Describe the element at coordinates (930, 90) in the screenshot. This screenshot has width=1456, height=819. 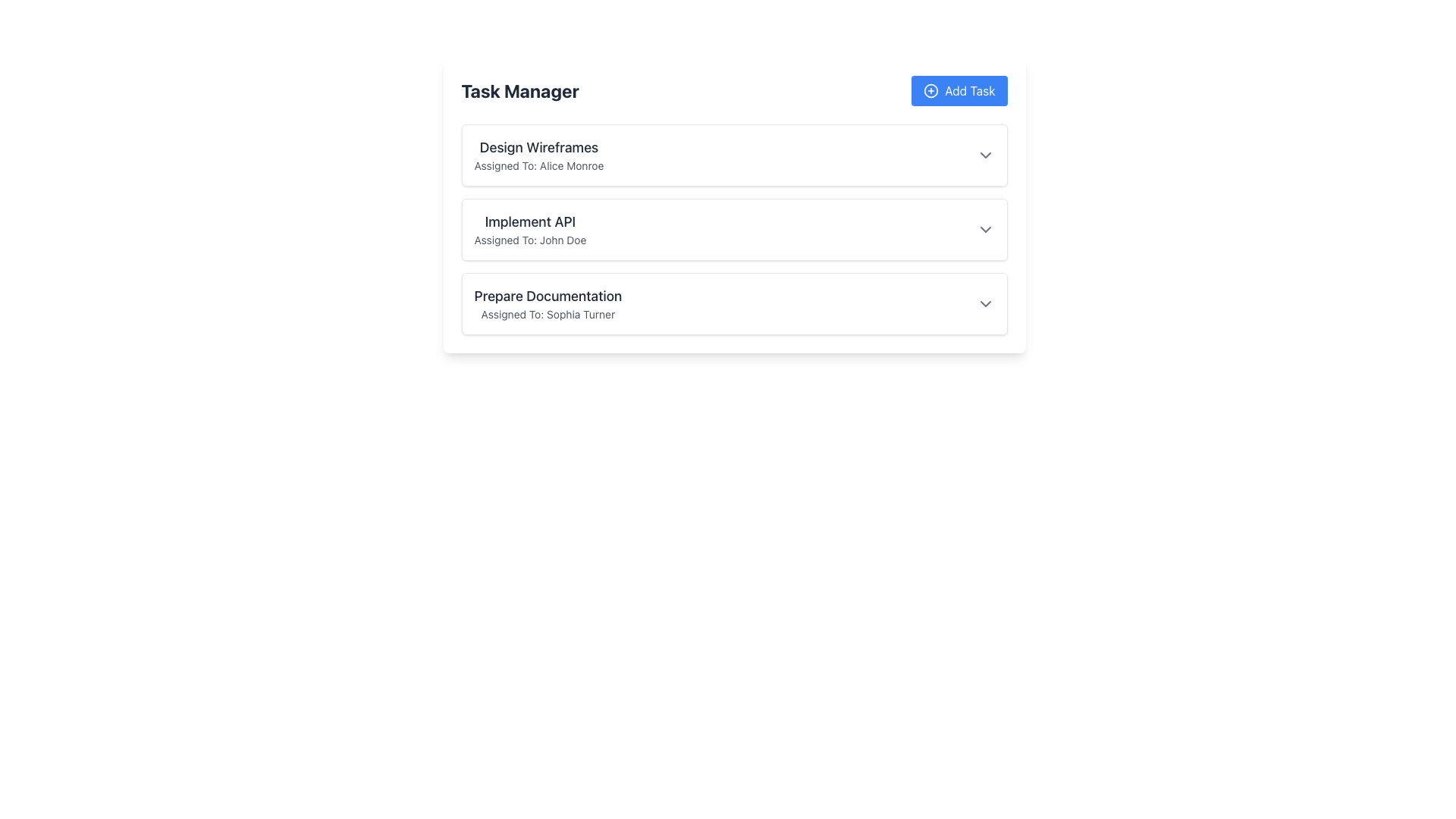
I see `the icon positioned to the left of the 'Add Task' button's text label, which symbolizes the function of adding a new task` at that location.